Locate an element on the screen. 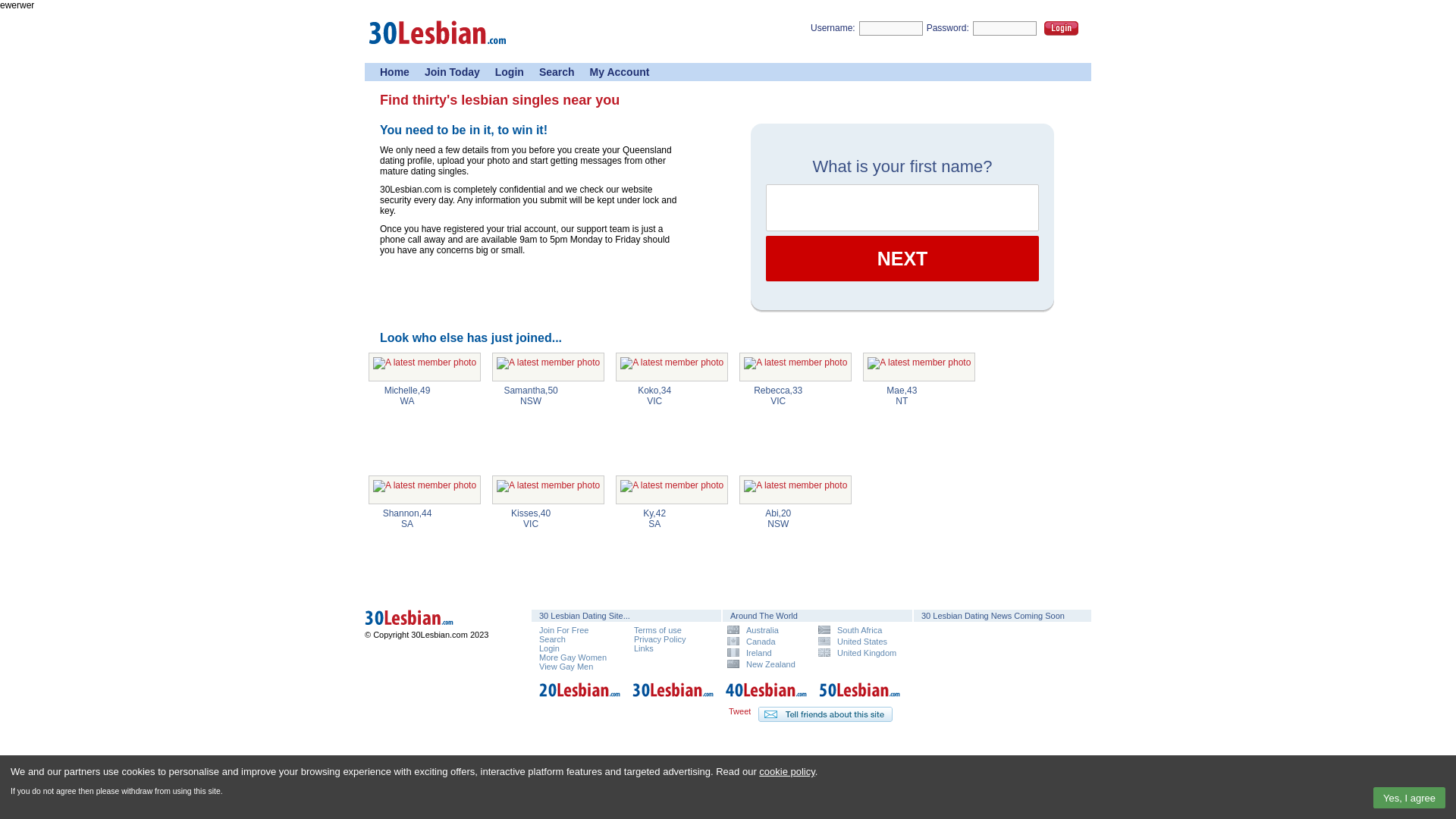 Image resolution: width=1456 pixels, height=819 pixels. 'Join Today' is located at coordinates (451, 72).